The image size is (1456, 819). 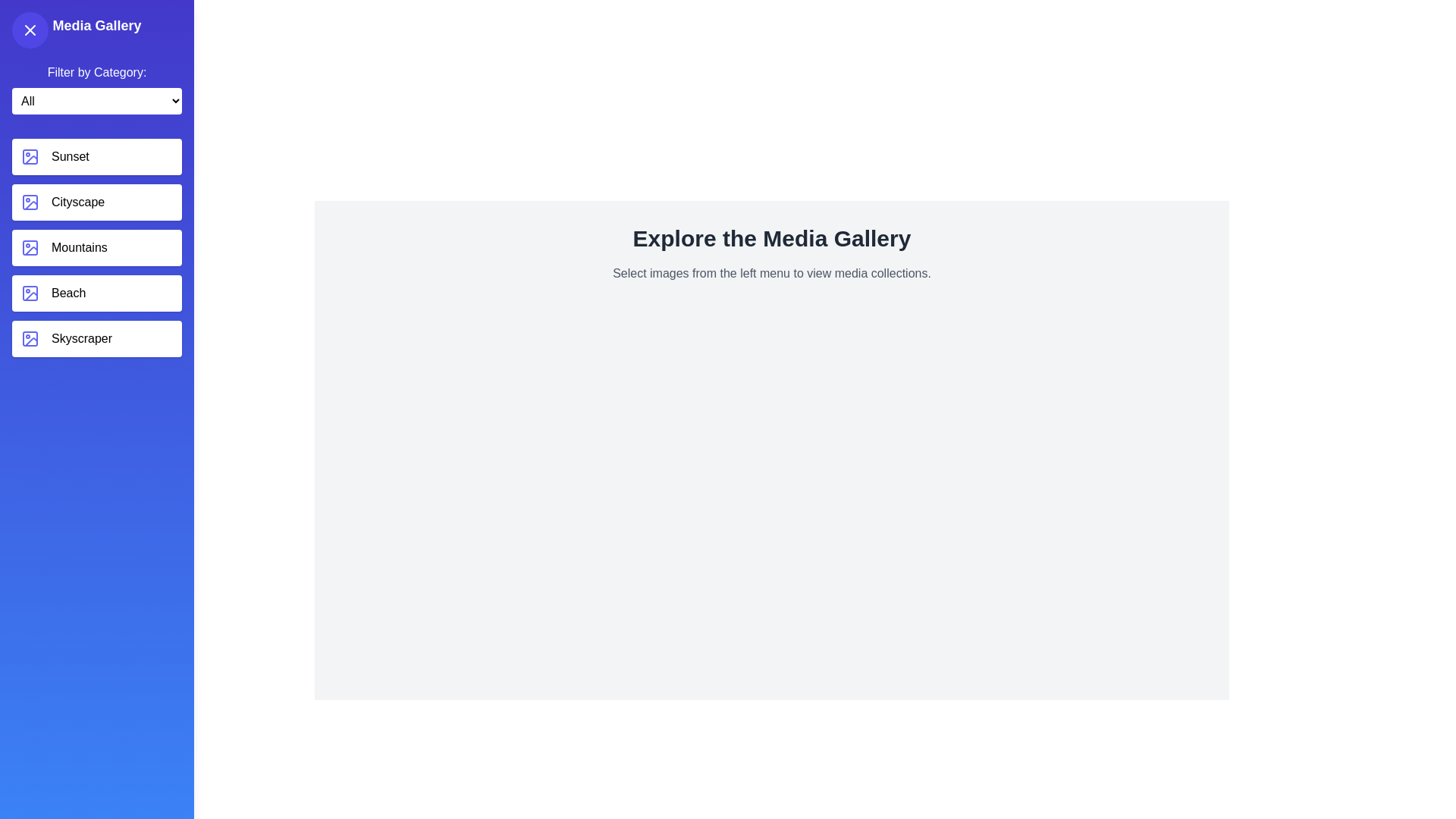 What do you see at coordinates (96, 101) in the screenshot?
I see `the filter category Nature from the dropdown menu` at bounding box center [96, 101].